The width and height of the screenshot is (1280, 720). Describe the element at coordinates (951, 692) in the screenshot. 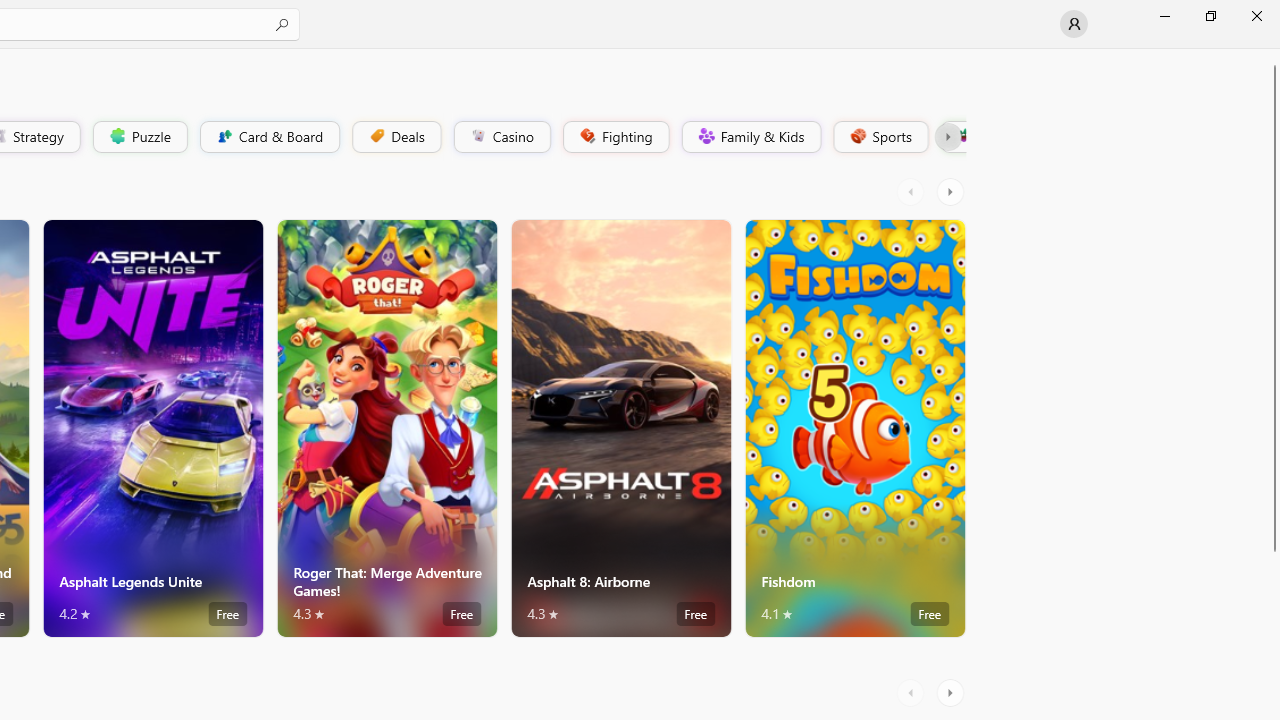

I see `'AutomationID: RightScrollButton'` at that location.